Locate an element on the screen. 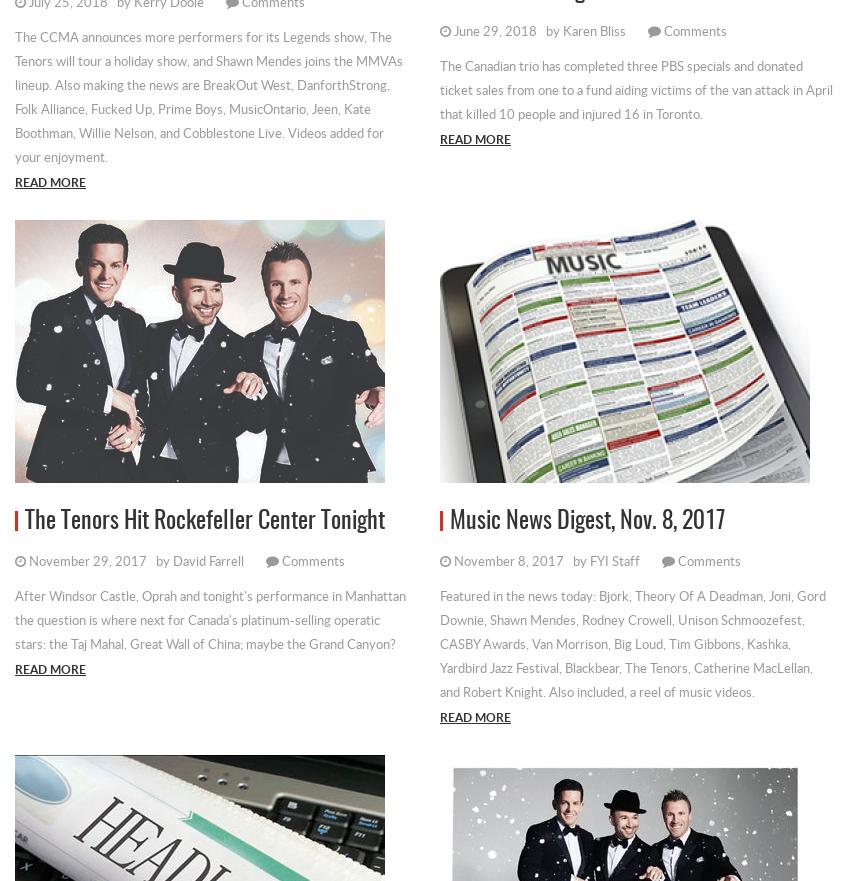 The height and width of the screenshot is (881, 850). 'FYI Staff' is located at coordinates (589, 558).